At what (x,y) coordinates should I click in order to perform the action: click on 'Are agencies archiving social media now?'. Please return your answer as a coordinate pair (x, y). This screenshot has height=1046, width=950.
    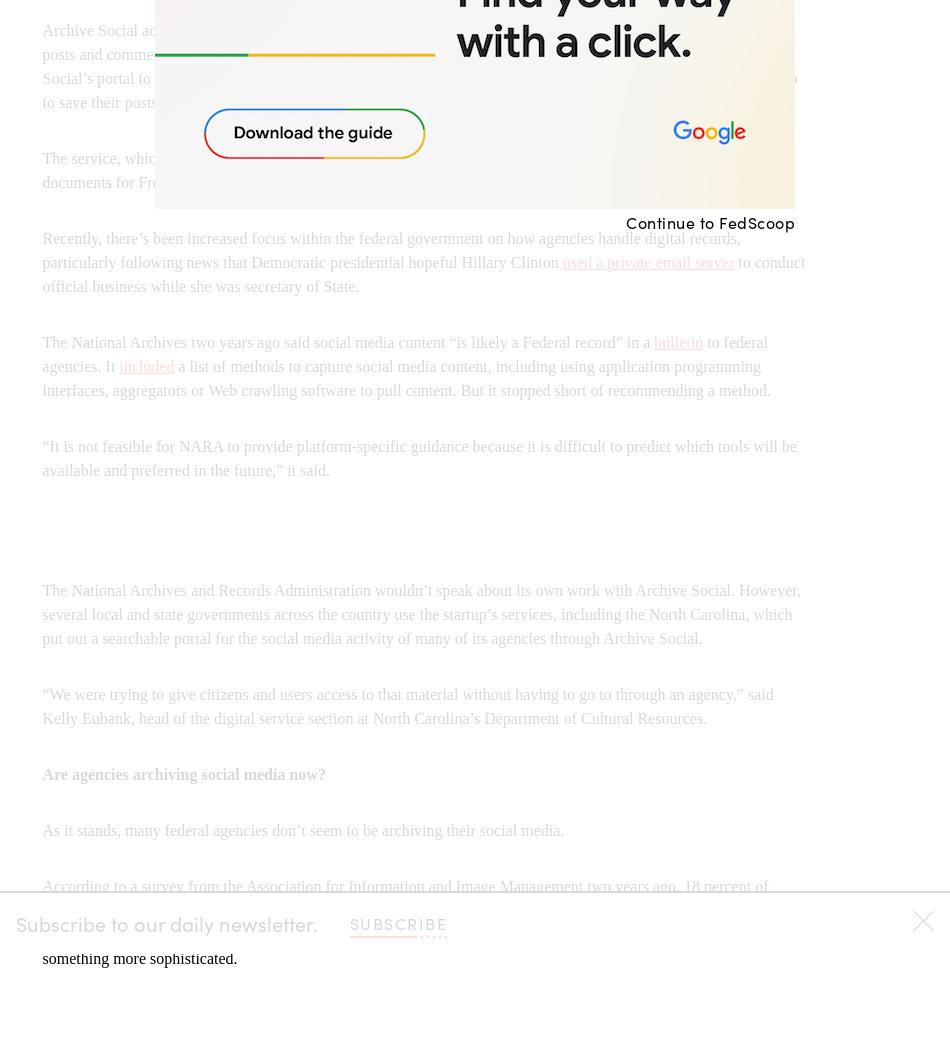
    Looking at the image, I should click on (183, 773).